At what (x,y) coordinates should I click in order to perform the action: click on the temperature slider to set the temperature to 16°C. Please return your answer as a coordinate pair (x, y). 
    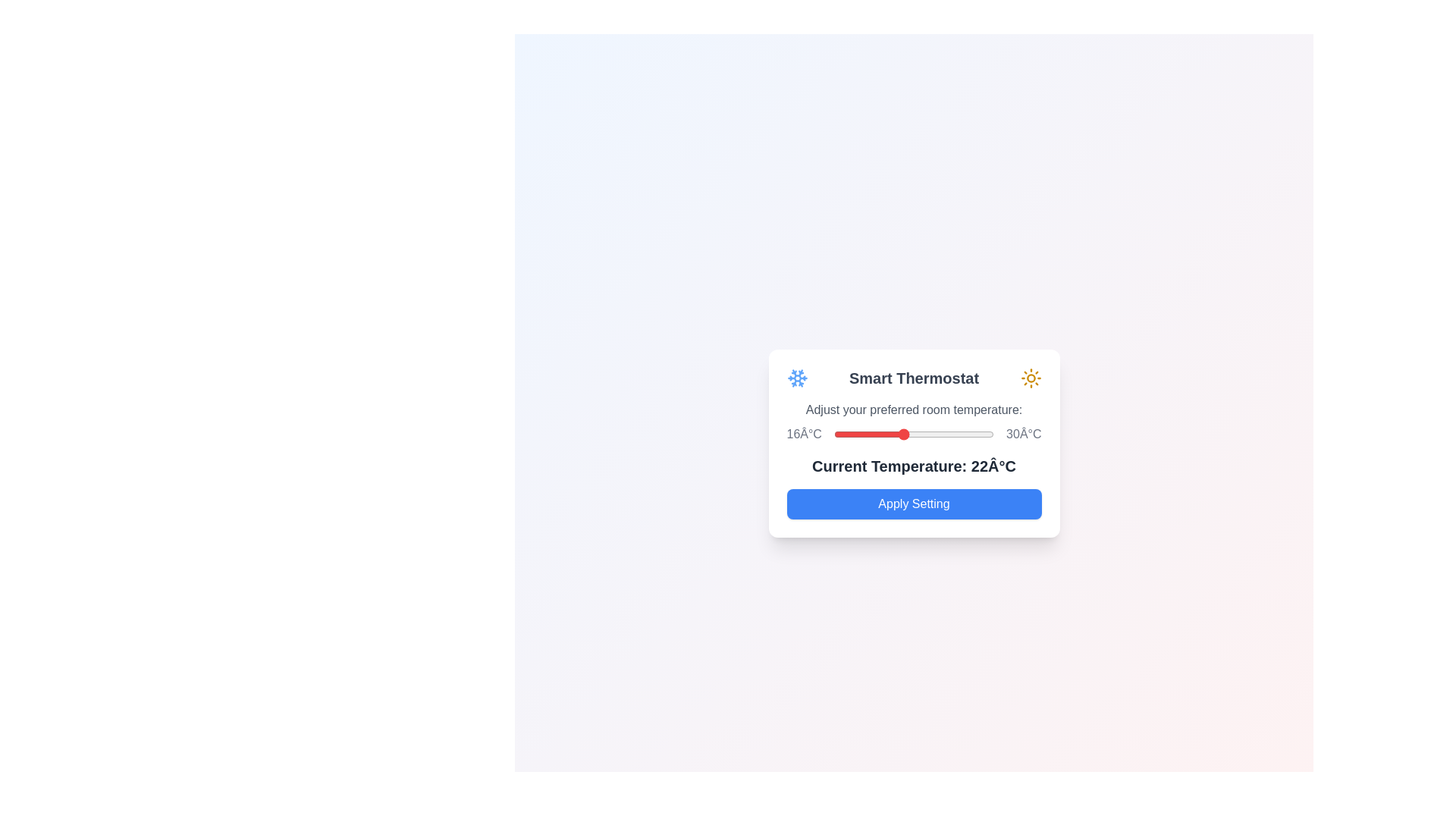
    Looking at the image, I should click on (833, 435).